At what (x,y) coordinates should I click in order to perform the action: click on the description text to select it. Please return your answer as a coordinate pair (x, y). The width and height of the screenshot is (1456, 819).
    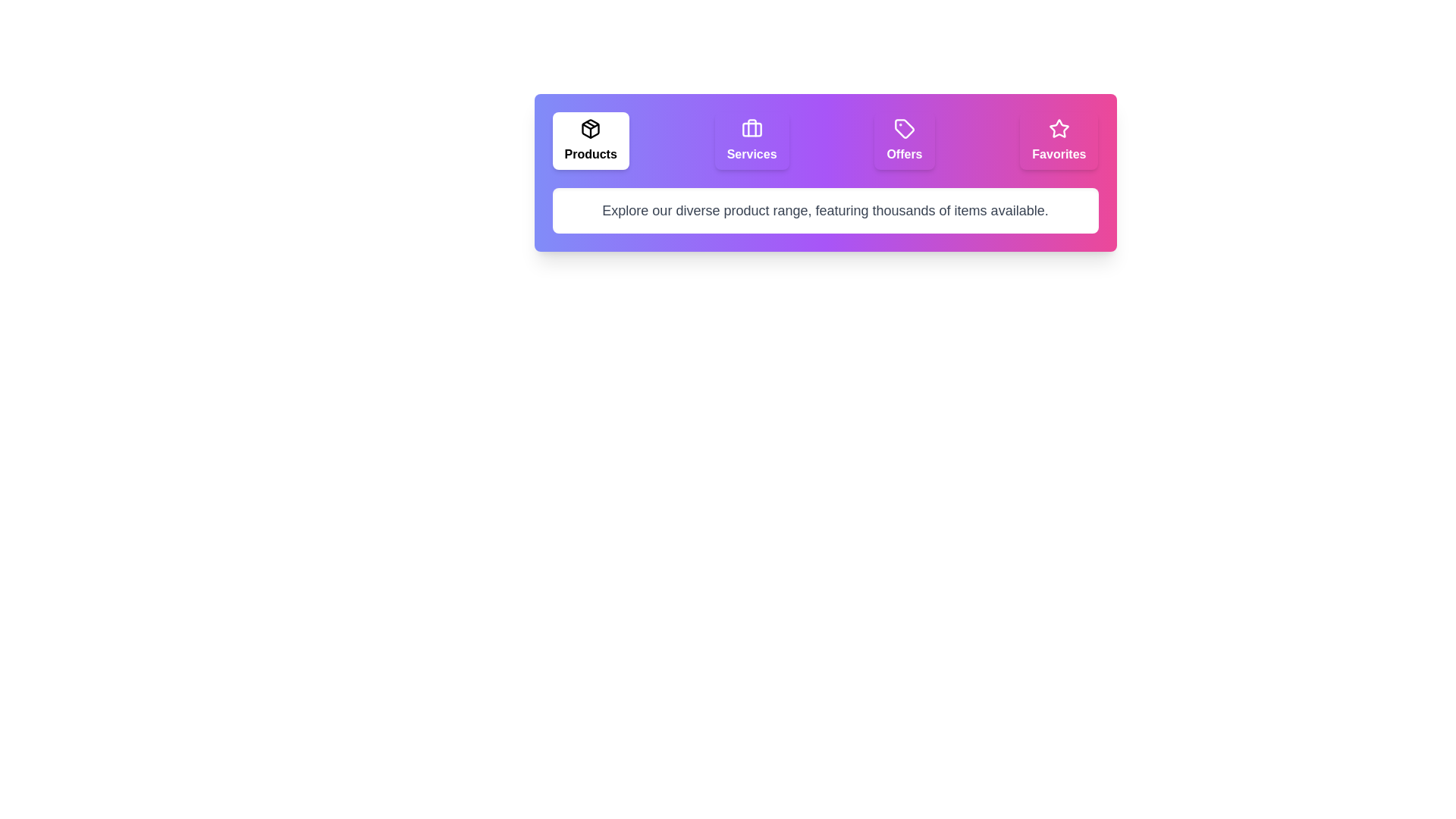
    Looking at the image, I should click on (824, 210).